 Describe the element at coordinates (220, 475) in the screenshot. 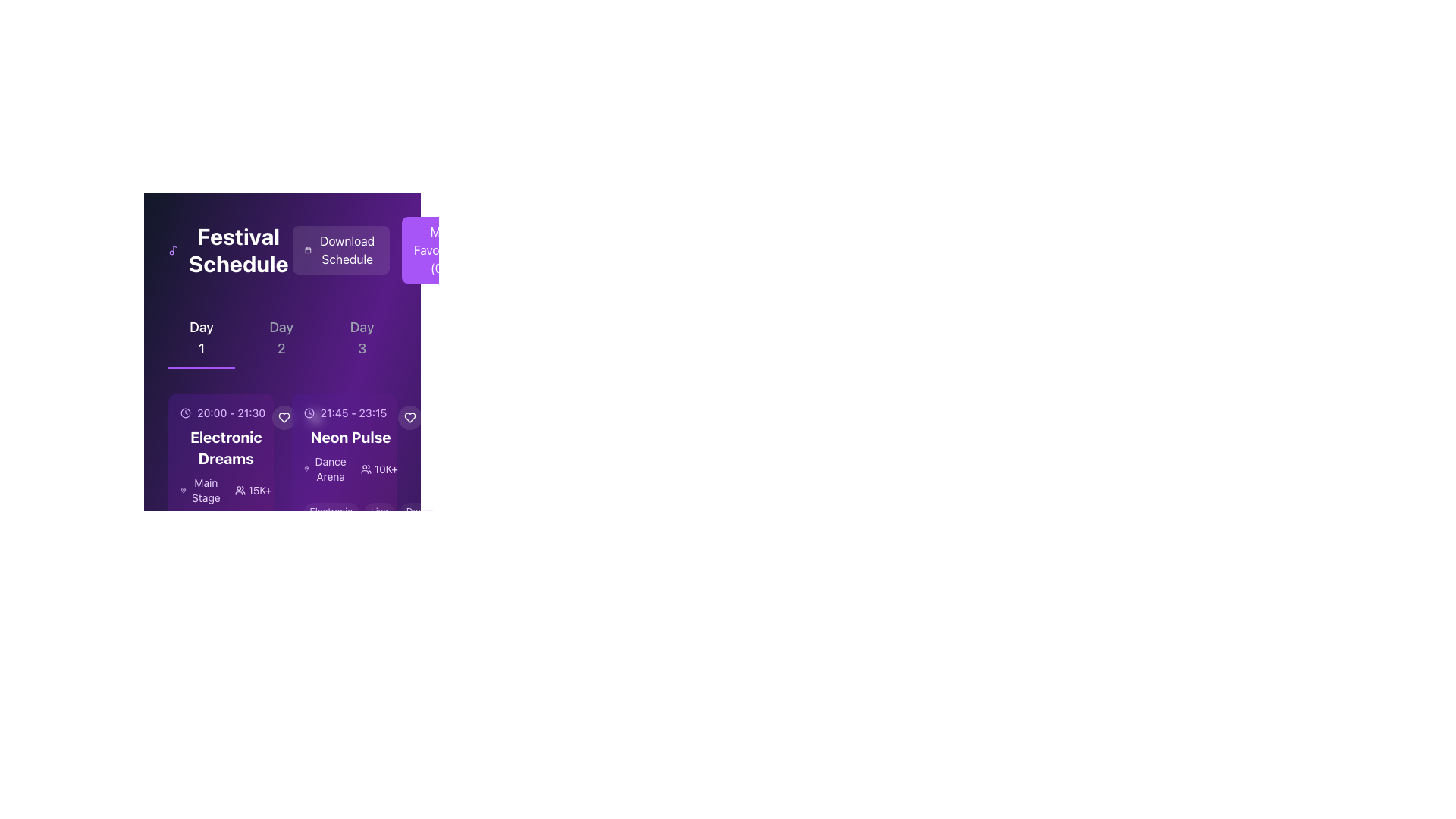

I see `the first Informative card located in the top-left corner of the grid layout` at that location.